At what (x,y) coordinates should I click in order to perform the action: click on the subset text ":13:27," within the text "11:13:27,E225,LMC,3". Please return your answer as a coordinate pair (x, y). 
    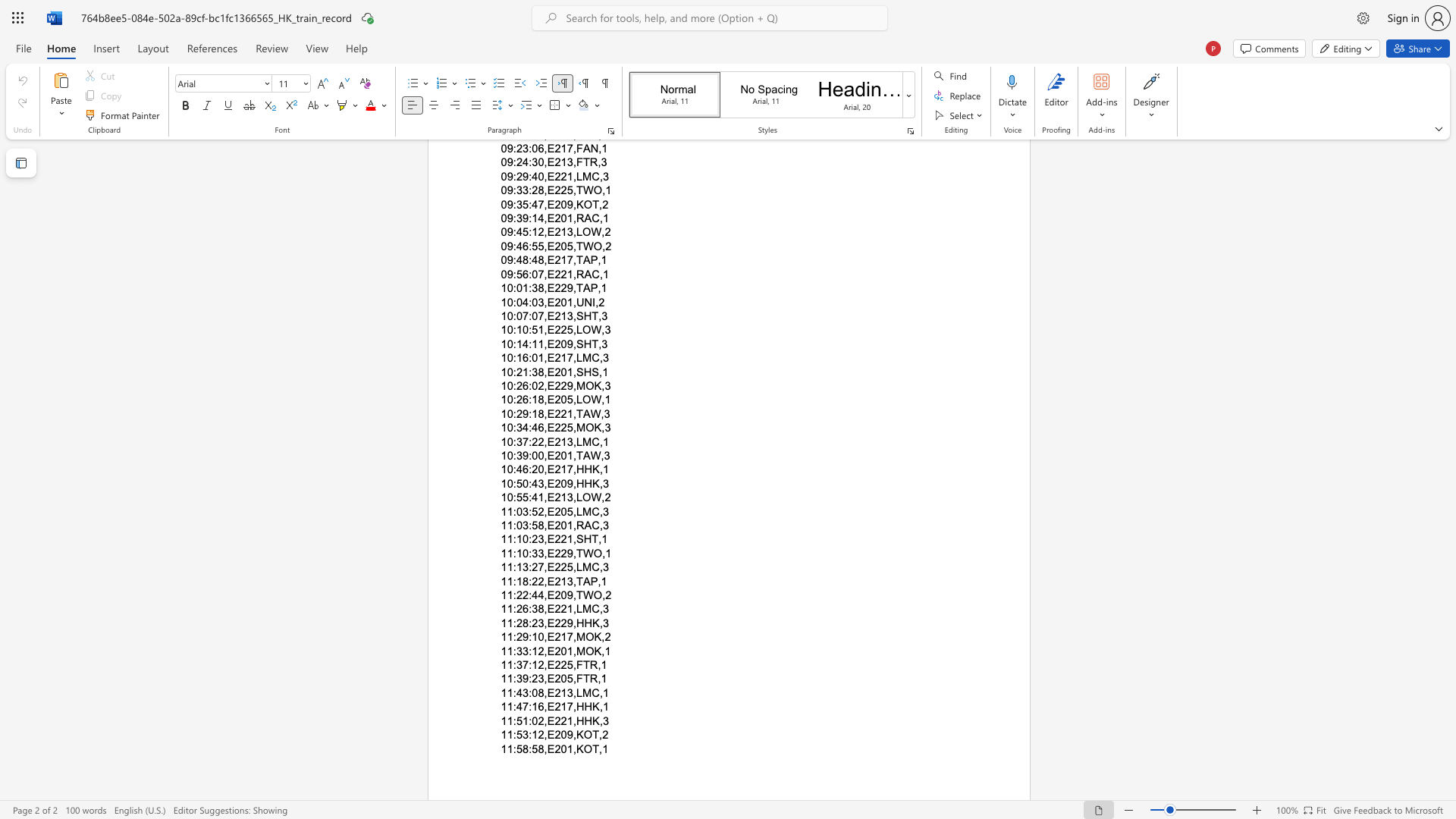
    Looking at the image, I should click on (513, 567).